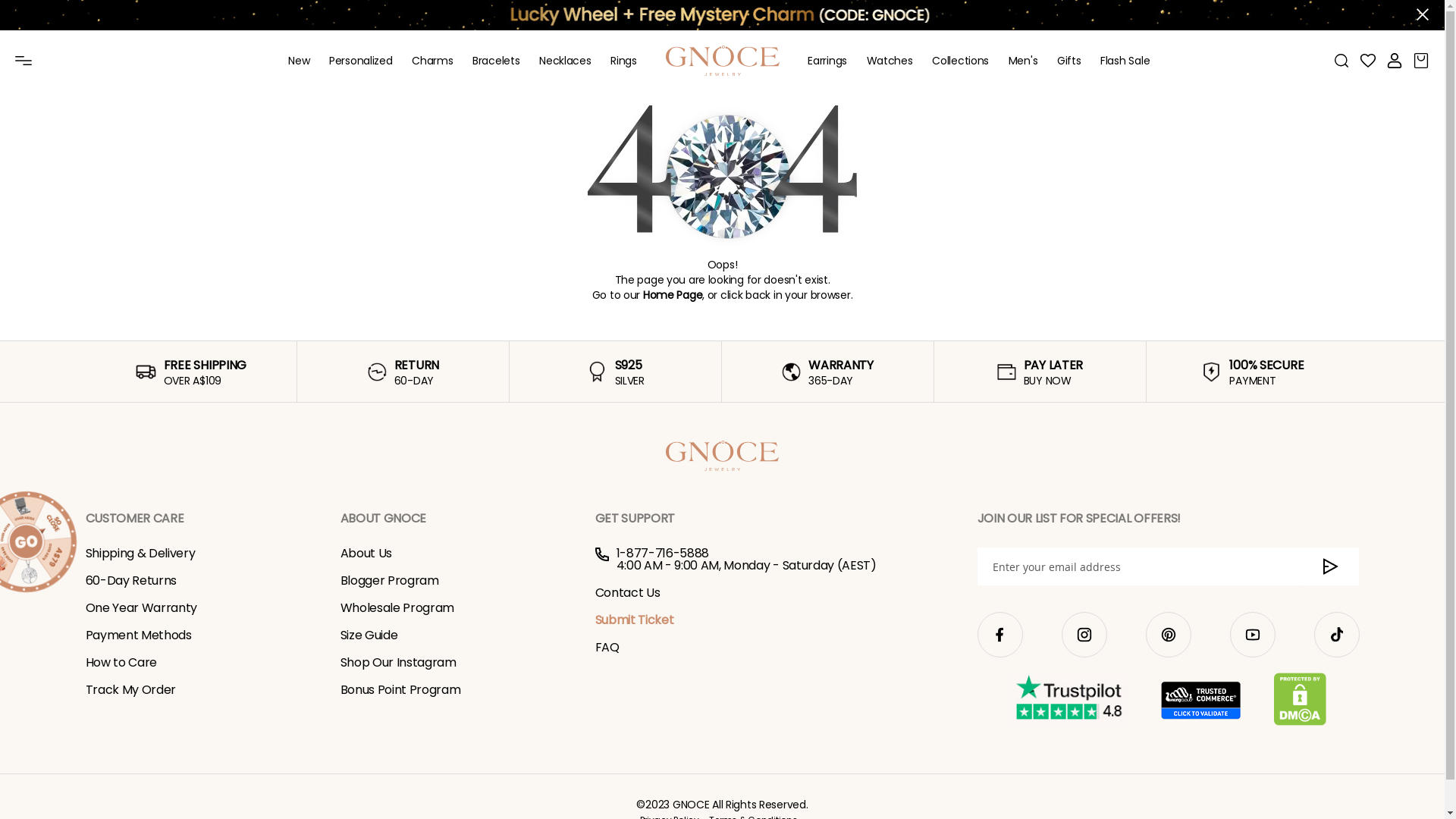 Image resolution: width=1456 pixels, height=819 pixels. What do you see at coordinates (607, 647) in the screenshot?
I see `'FAQ'` at bounding box center [607, 647].